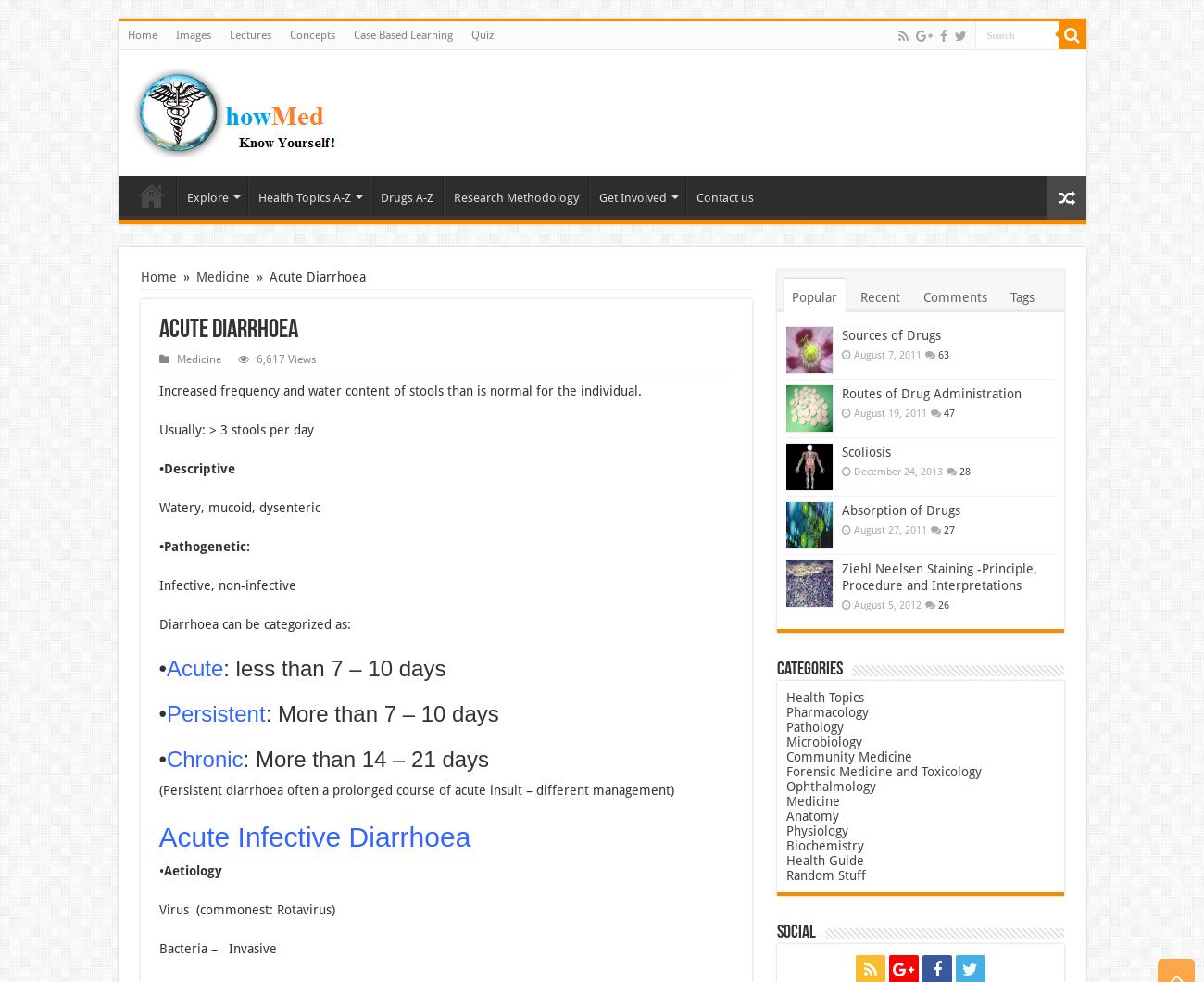 This screenshot has width=1204, height=982. What do you see at coordinates (886, 605) in the screenshot?
I see `'August 5, 2012'` at bounding box center [886, 605].